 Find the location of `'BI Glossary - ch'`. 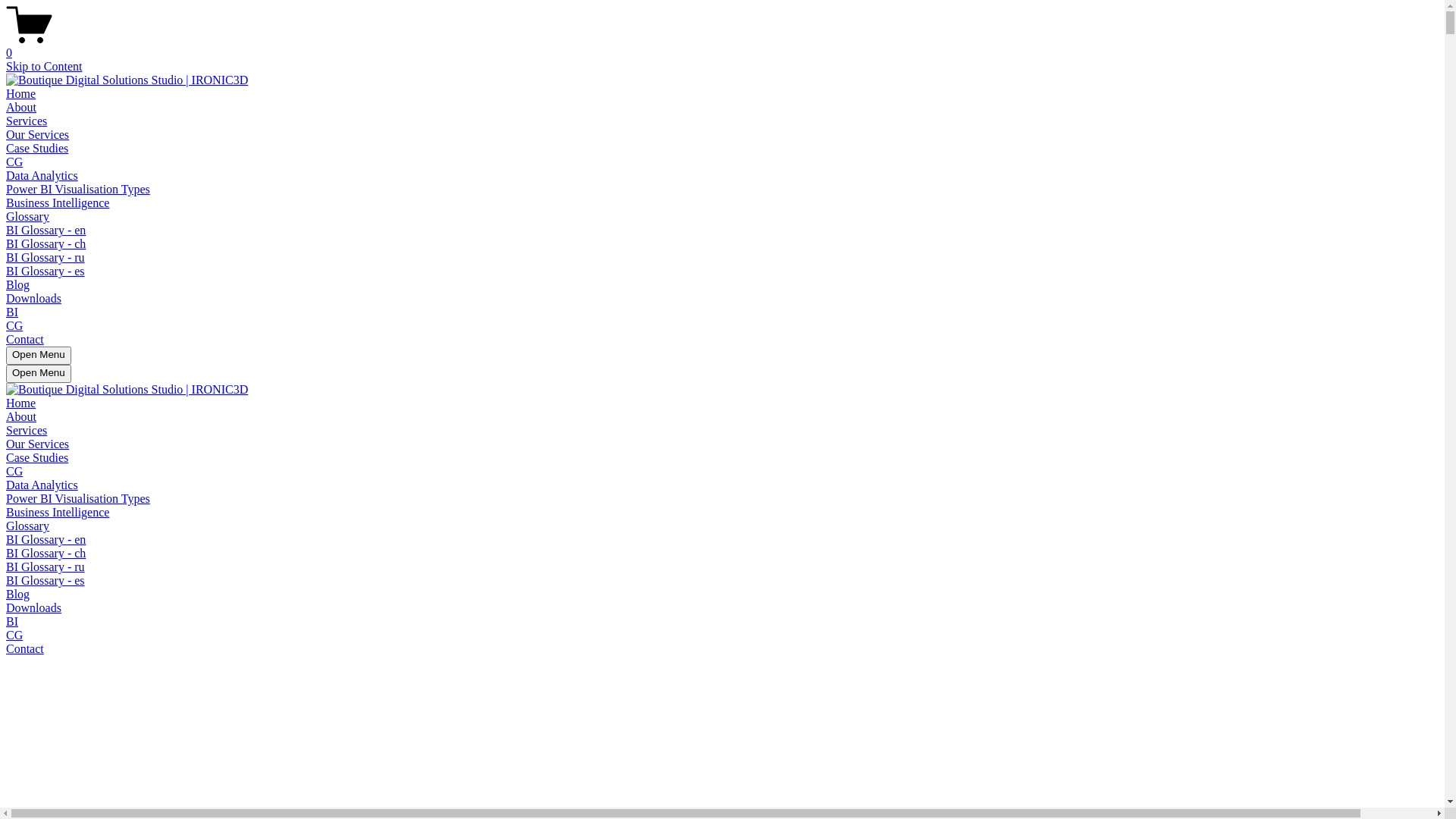

'BI Glossary - ch' is located at coordinates (6, 243).